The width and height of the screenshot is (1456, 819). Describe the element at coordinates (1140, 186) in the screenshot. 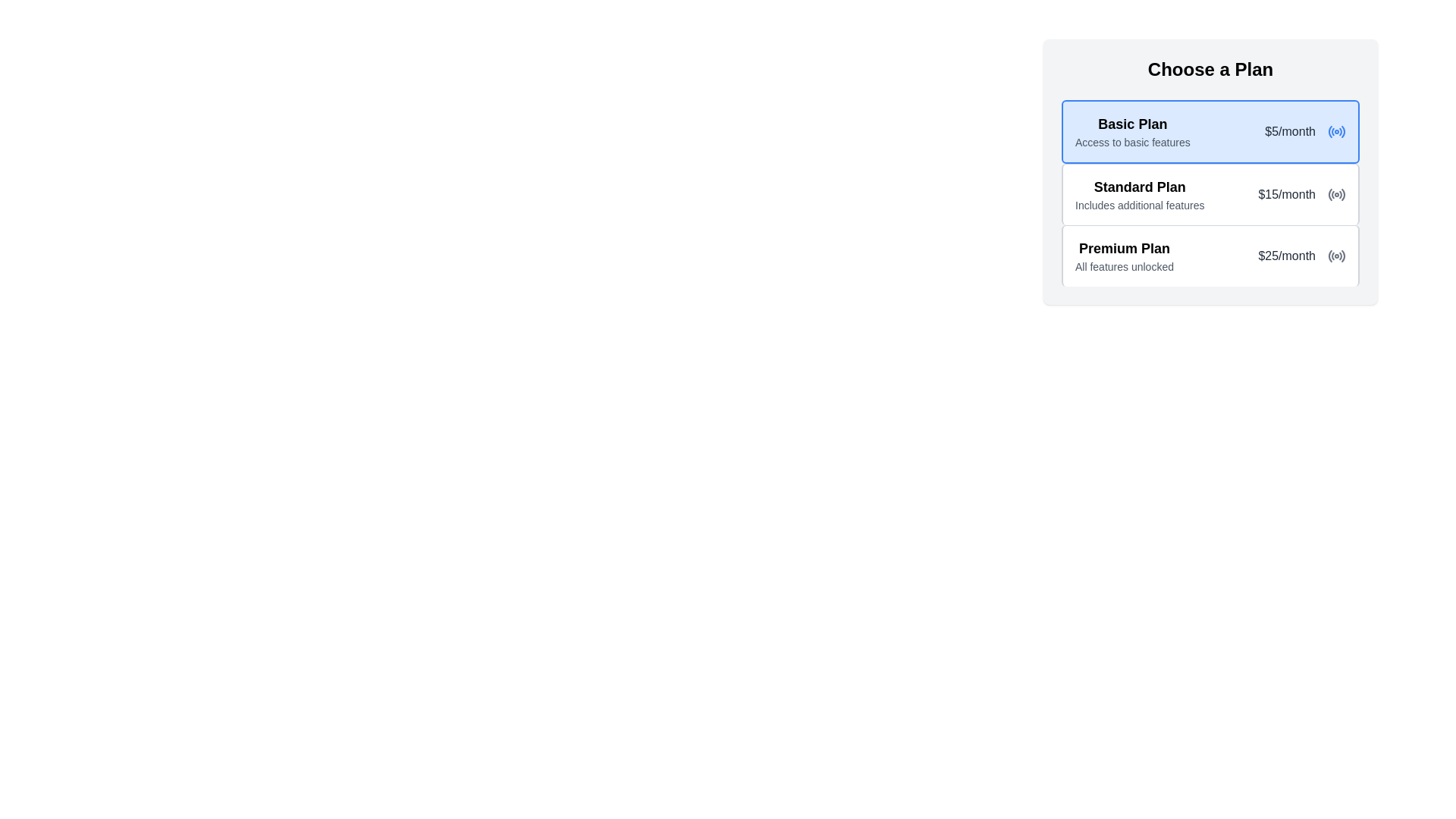

I see `the 'Standard Plan' text label which serves as the header title for the section, indicating the purpose of this option` at that location.